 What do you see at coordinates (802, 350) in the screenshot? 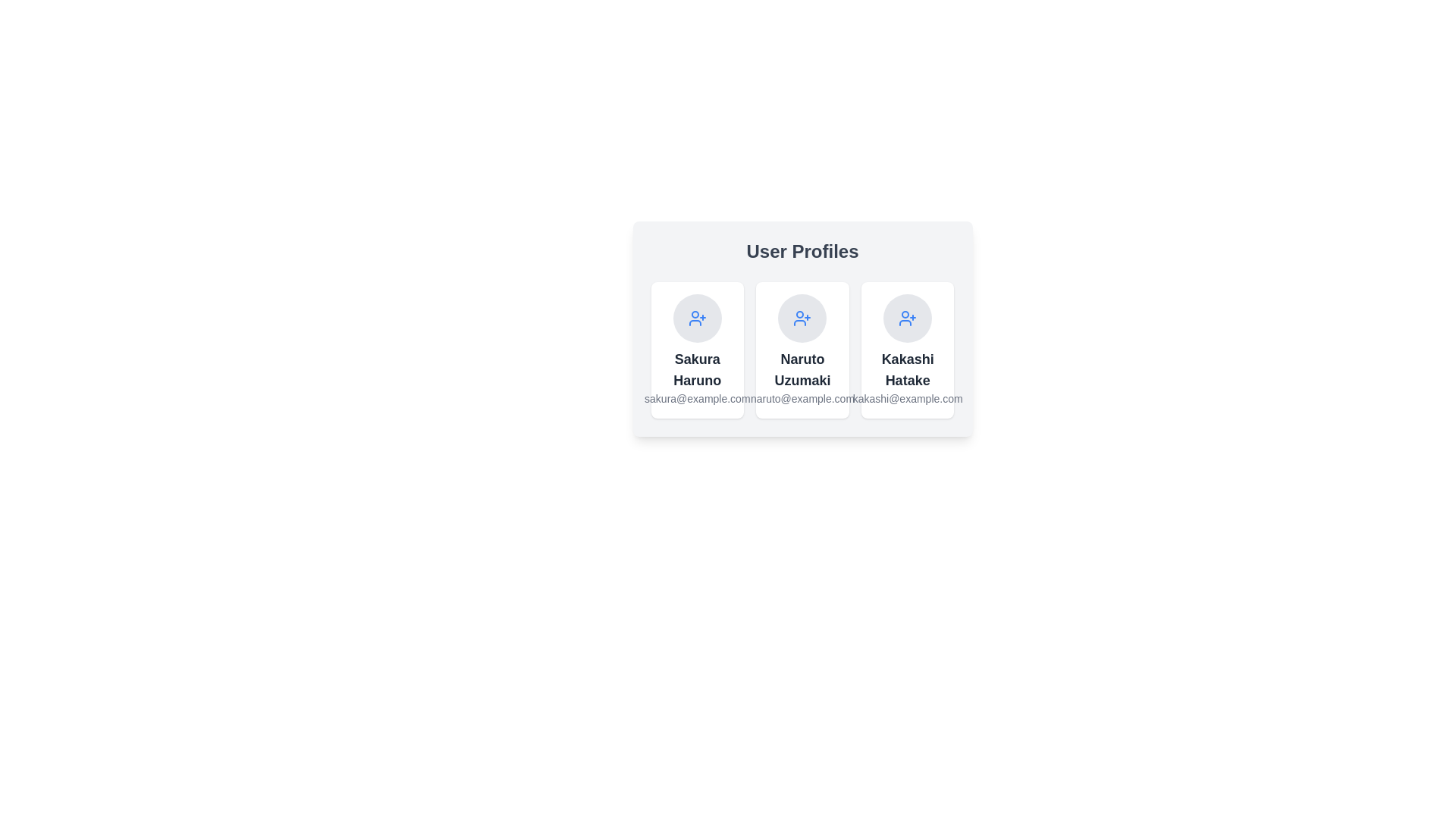
I see `the user profile grid item for 'Naruto Uzumaki'` at bounding box center [802, 350].